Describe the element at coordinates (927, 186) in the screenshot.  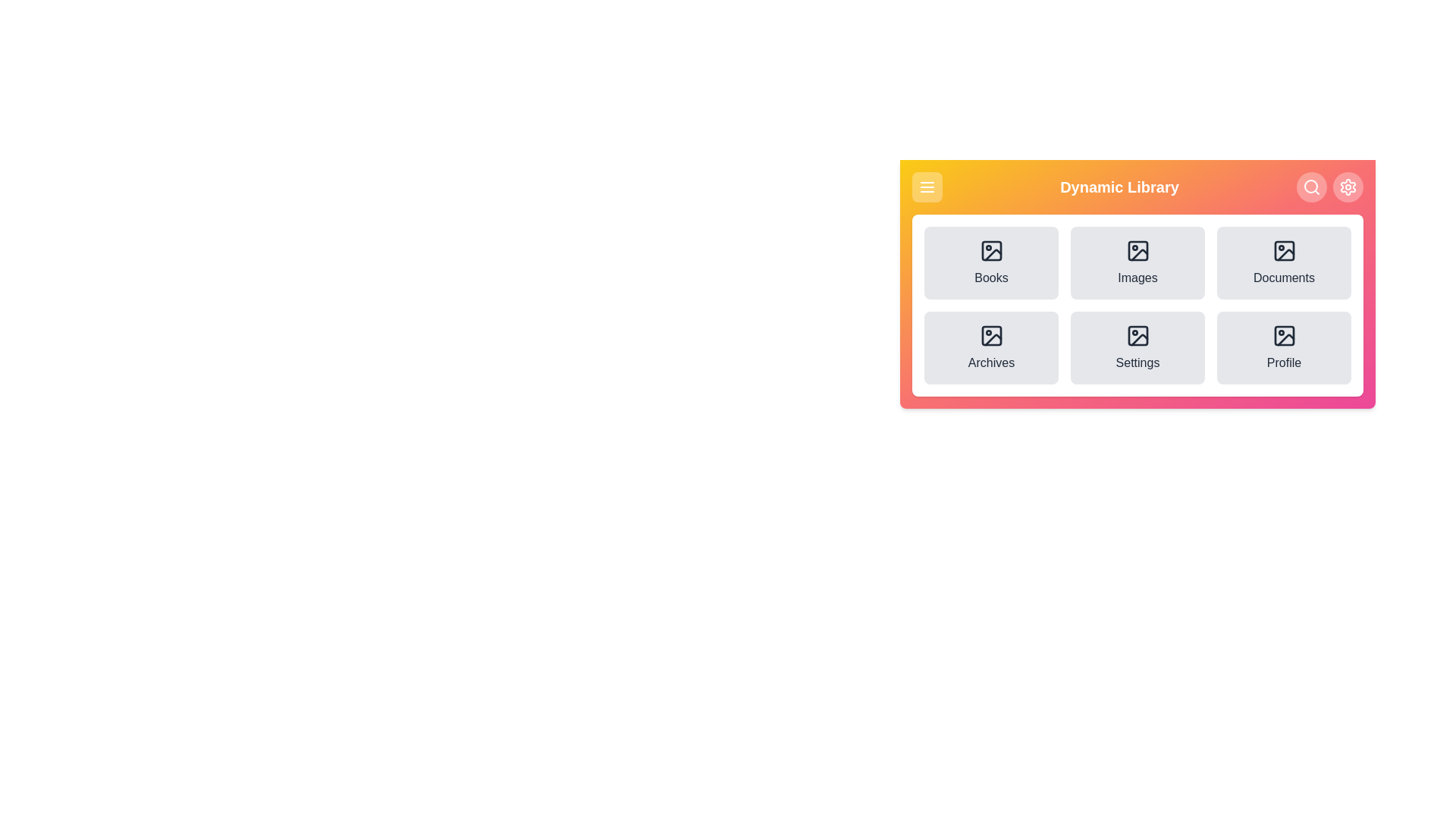
I see `menu toggle button to change the visibility of the main menu` at that location.